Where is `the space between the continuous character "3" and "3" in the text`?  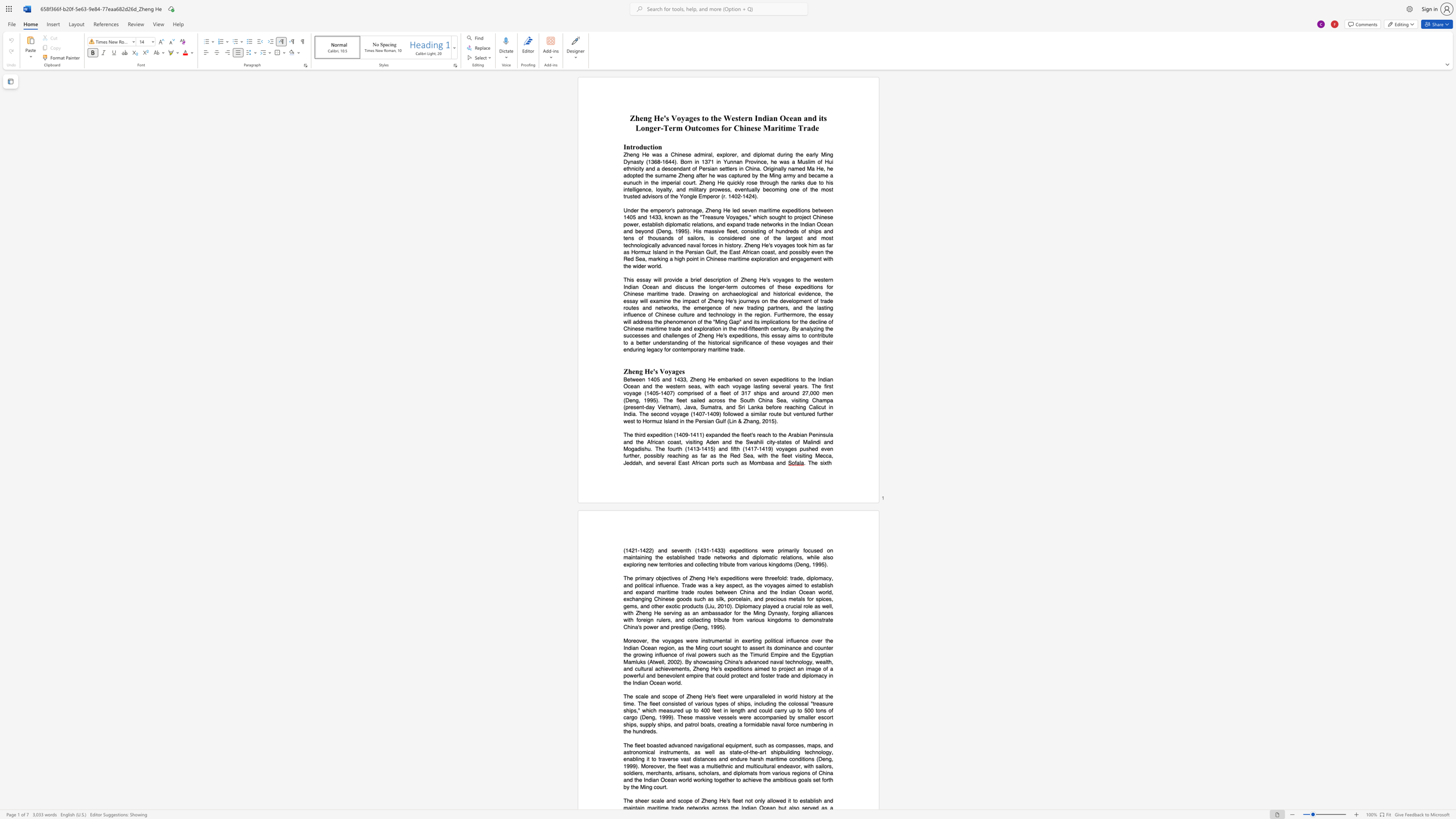
the space between the continuous character "3" and "3" in the text is located at coordinates (658, 217).